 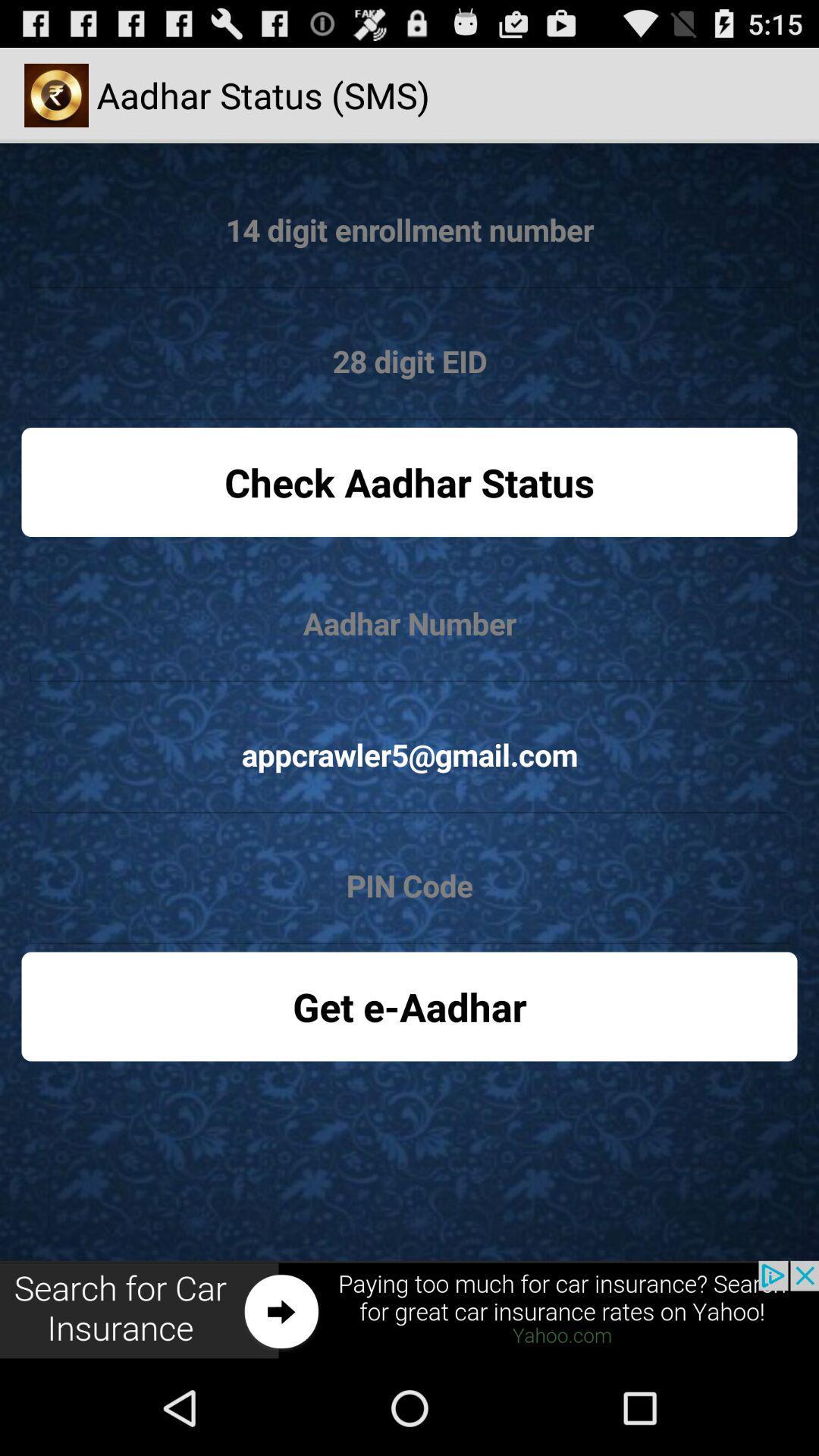 I want to click on option, so click(x=409, y=361).